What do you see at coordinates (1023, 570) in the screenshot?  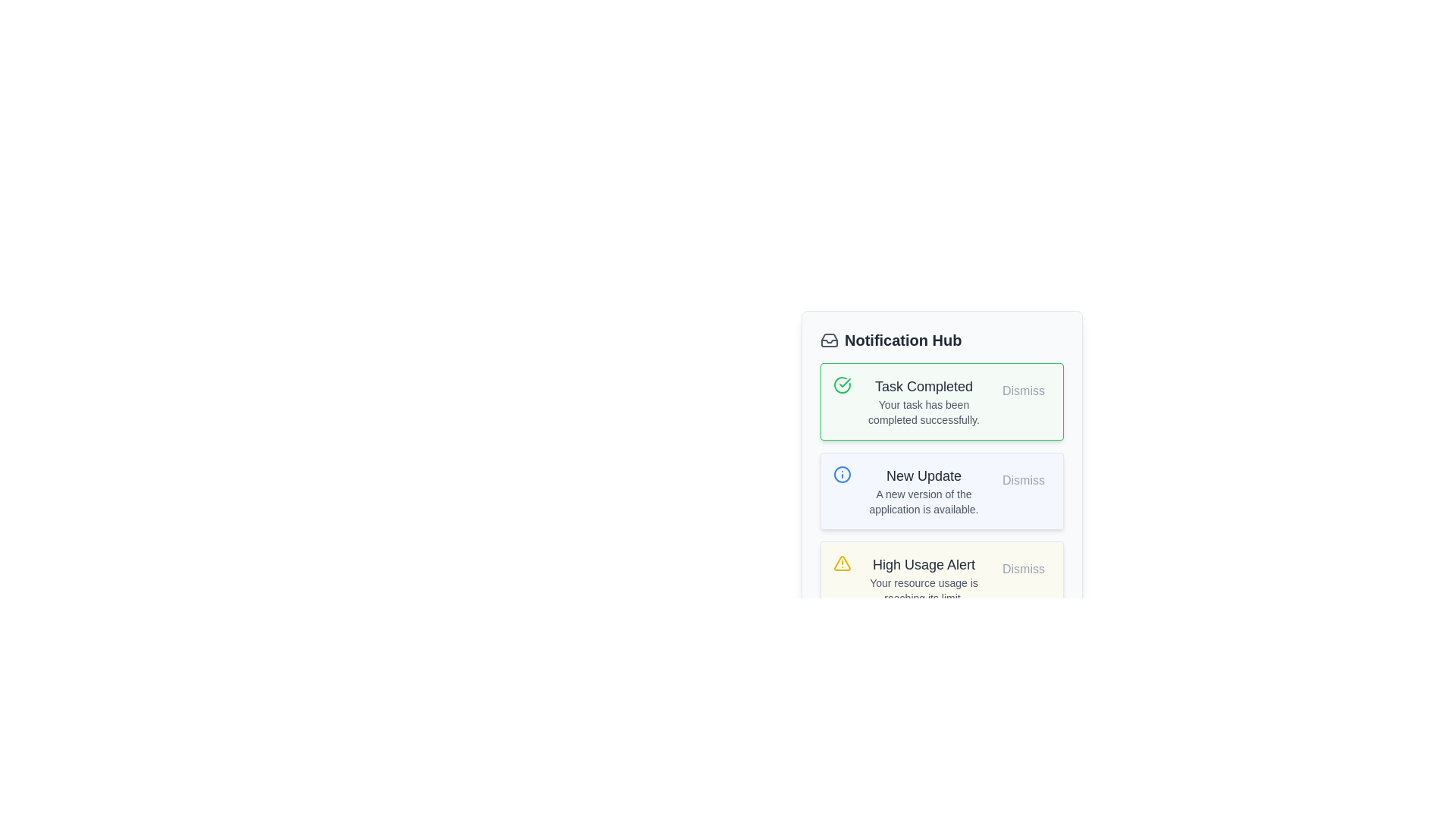 I see `the 'Dismiss' button with a light gray background and rounded edges` at bounding box center [1023, 570].